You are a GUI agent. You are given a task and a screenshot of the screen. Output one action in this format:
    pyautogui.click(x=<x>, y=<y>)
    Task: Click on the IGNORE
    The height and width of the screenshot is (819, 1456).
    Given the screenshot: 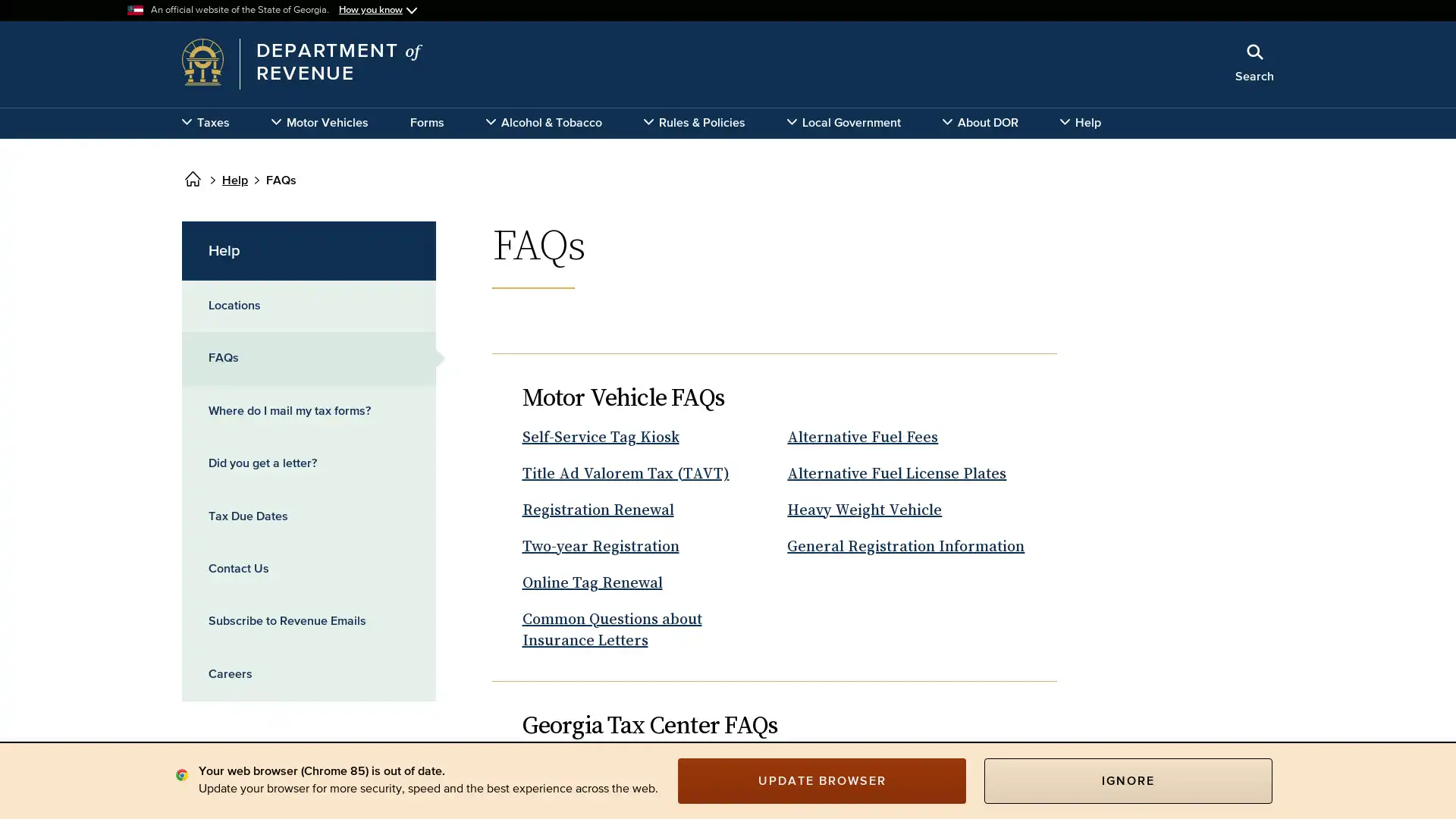 What is the action you would take?
    pyautogui.click(x=1128, y=780)
    